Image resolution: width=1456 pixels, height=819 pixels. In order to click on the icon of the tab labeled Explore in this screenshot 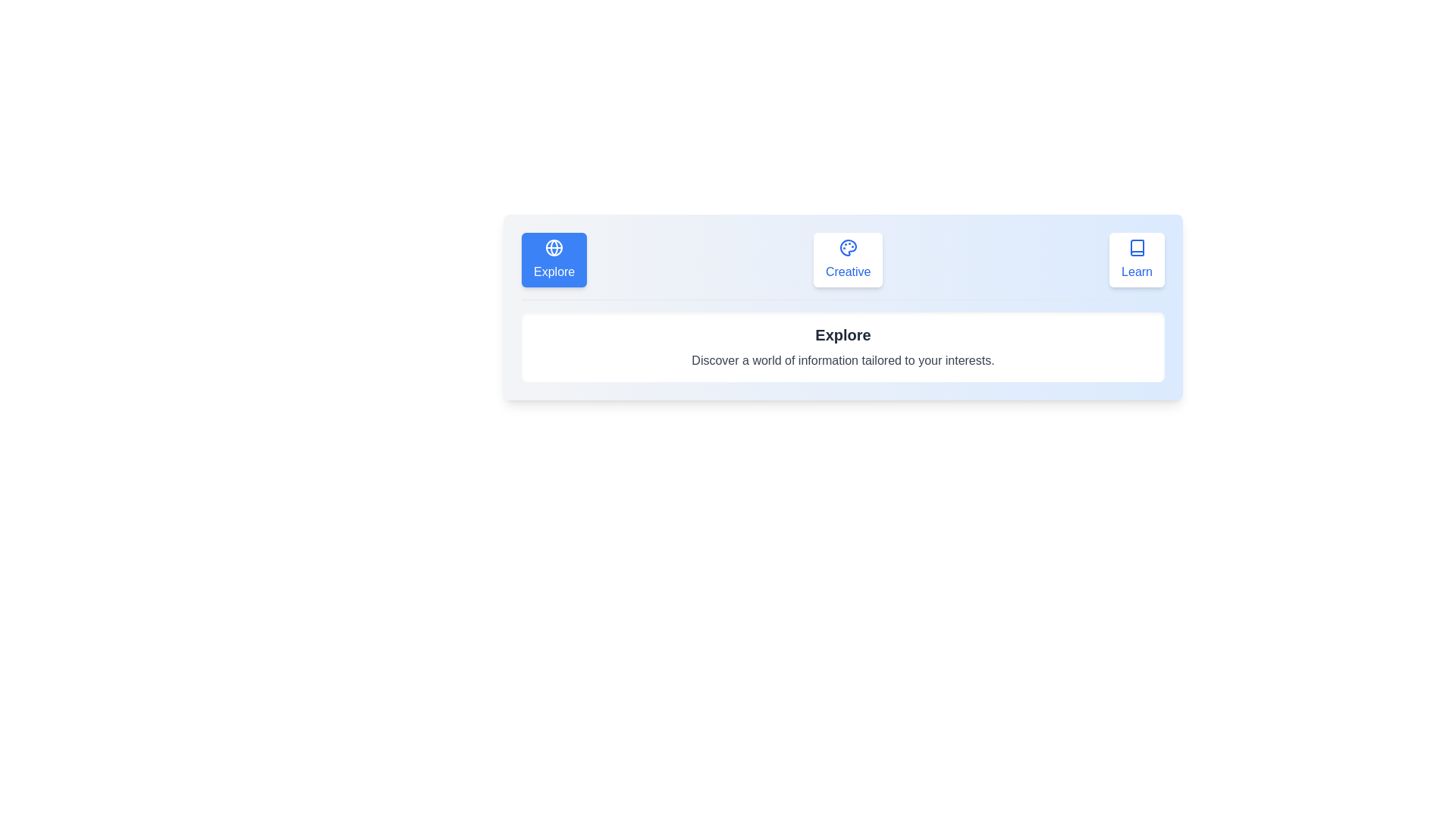, I will do `click(554, 259)`.